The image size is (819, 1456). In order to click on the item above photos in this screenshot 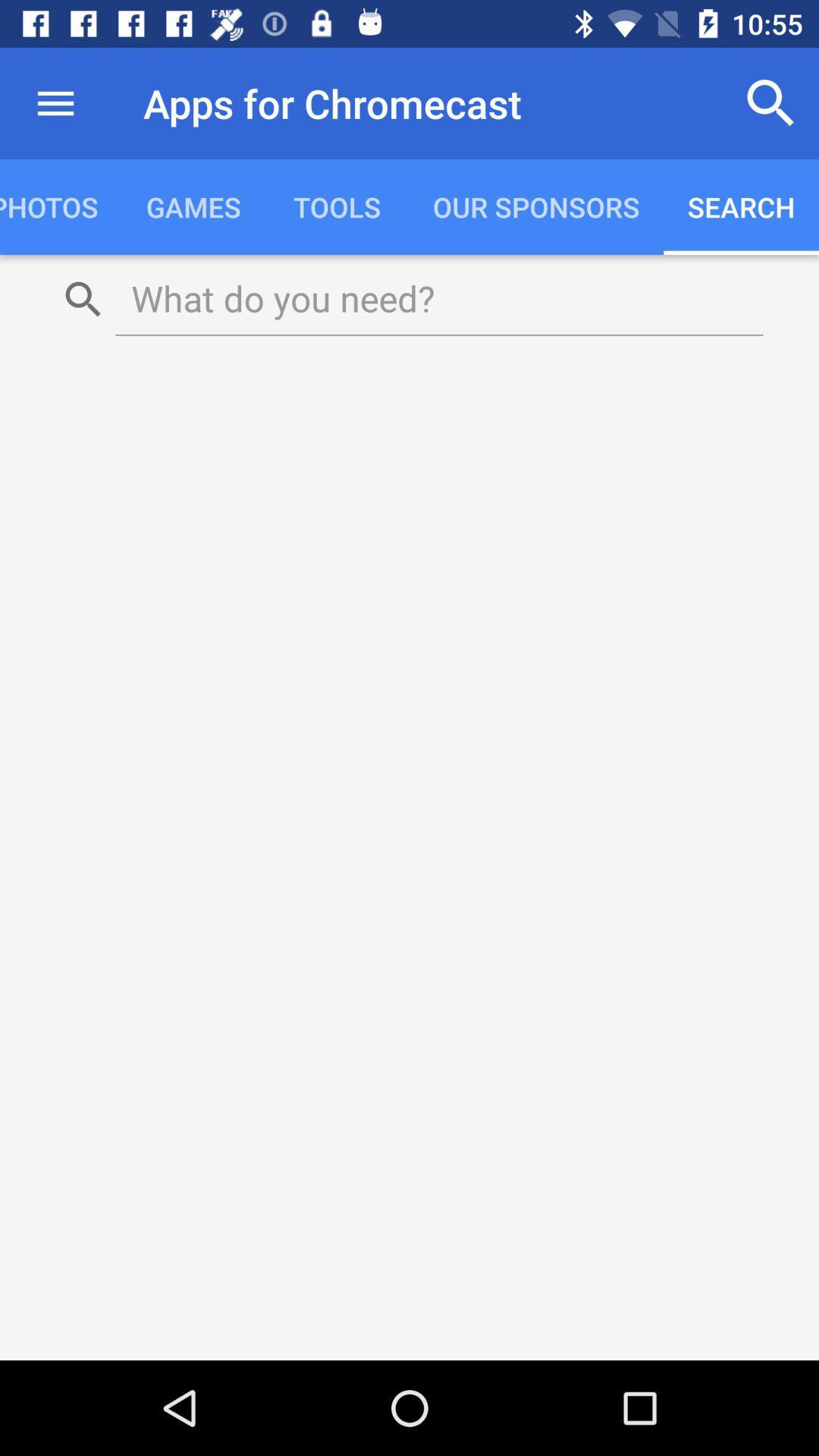, I will do `click(55, 102)`.